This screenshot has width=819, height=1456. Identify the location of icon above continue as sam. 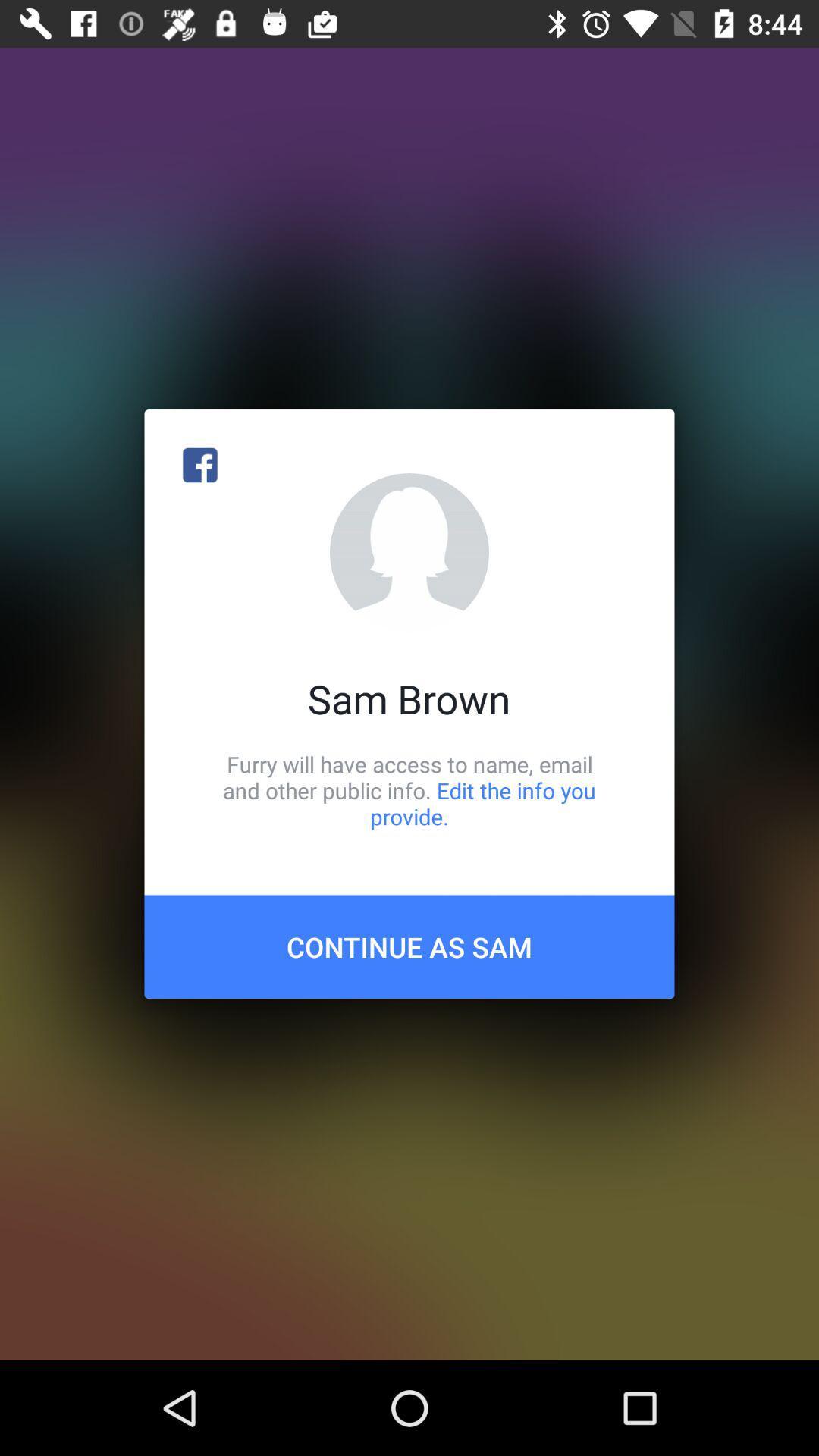
(409, 789).